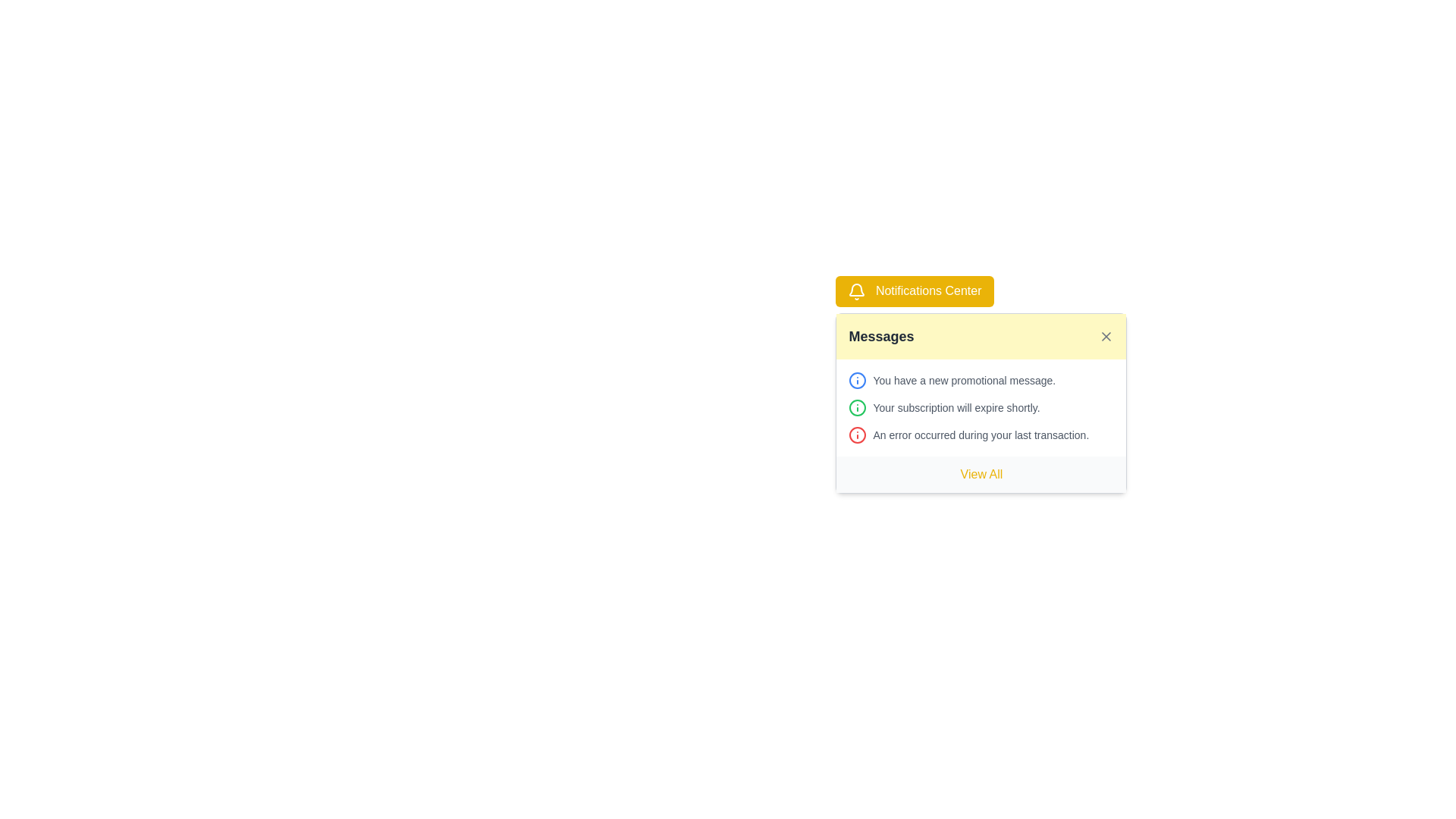 The height and width of the screenshot is (819, 1456). I want to click on notification message that states 'Your subscription will expire shortly.' which is the second message in the notification panel under 'Messages', so click(981, 406).